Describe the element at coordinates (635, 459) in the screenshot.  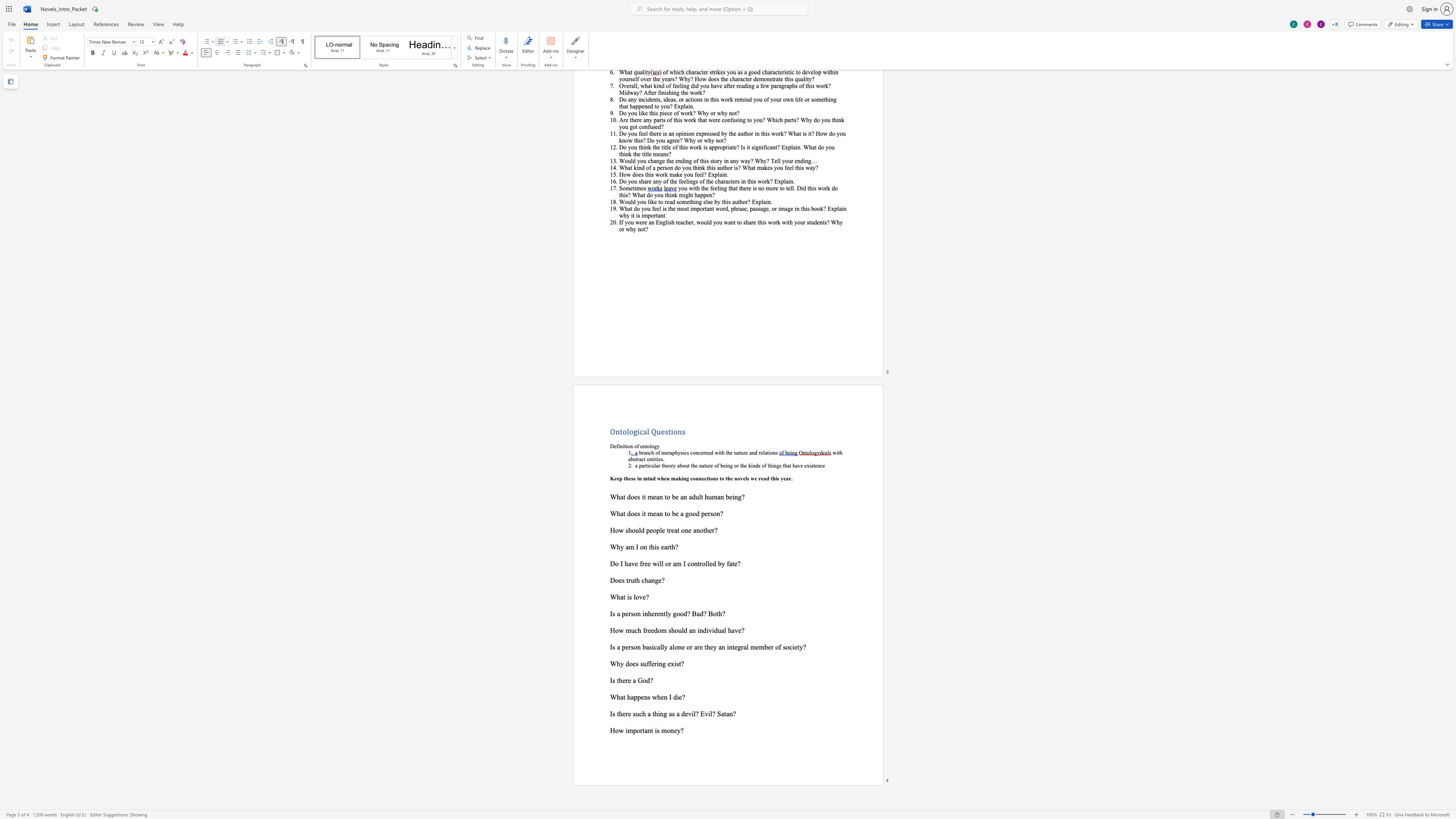
I see `the space between the continuous character "s" and "t" in the text` at that location.